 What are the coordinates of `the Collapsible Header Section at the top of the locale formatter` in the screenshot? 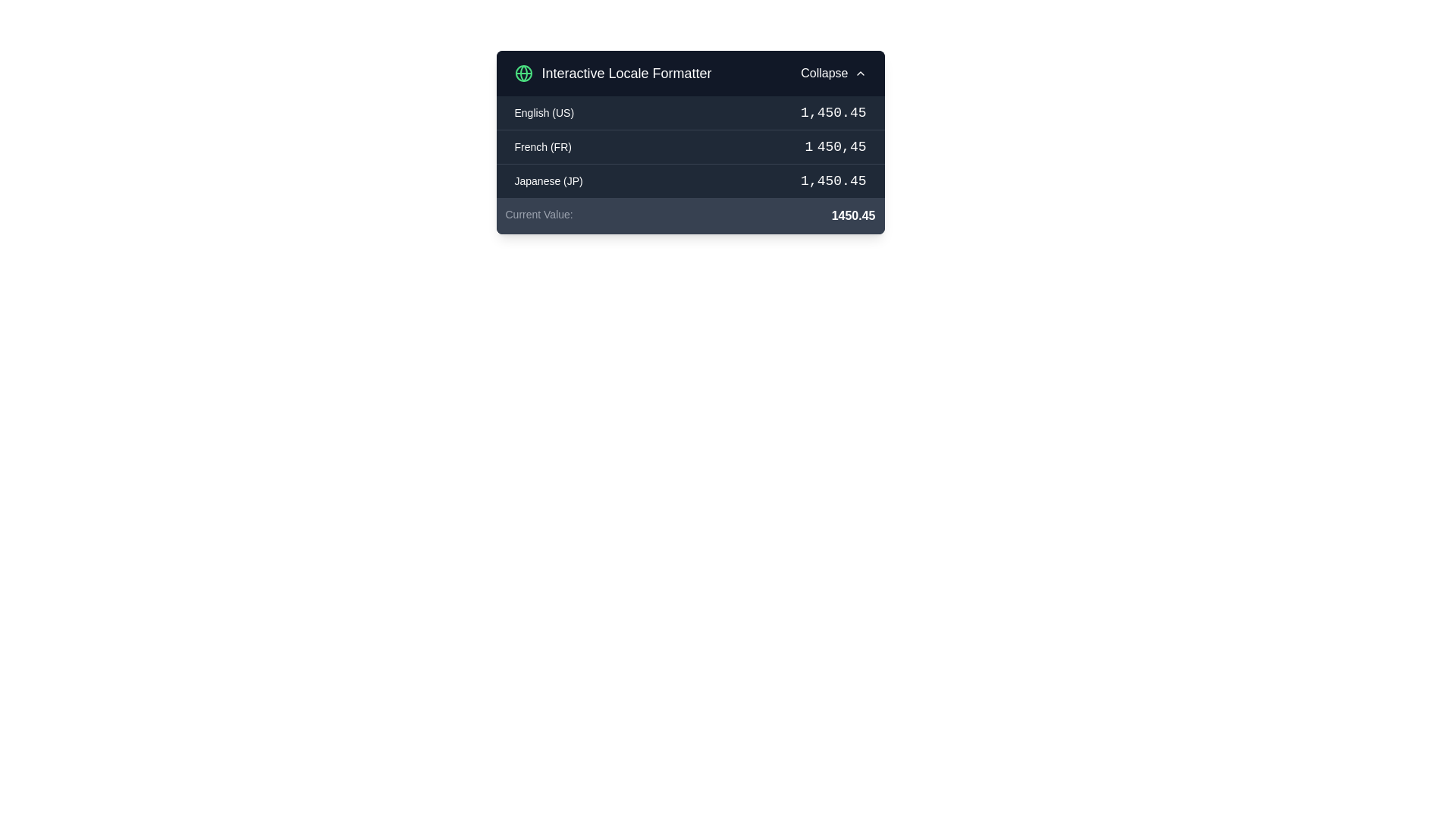 It's located at (689, 73).